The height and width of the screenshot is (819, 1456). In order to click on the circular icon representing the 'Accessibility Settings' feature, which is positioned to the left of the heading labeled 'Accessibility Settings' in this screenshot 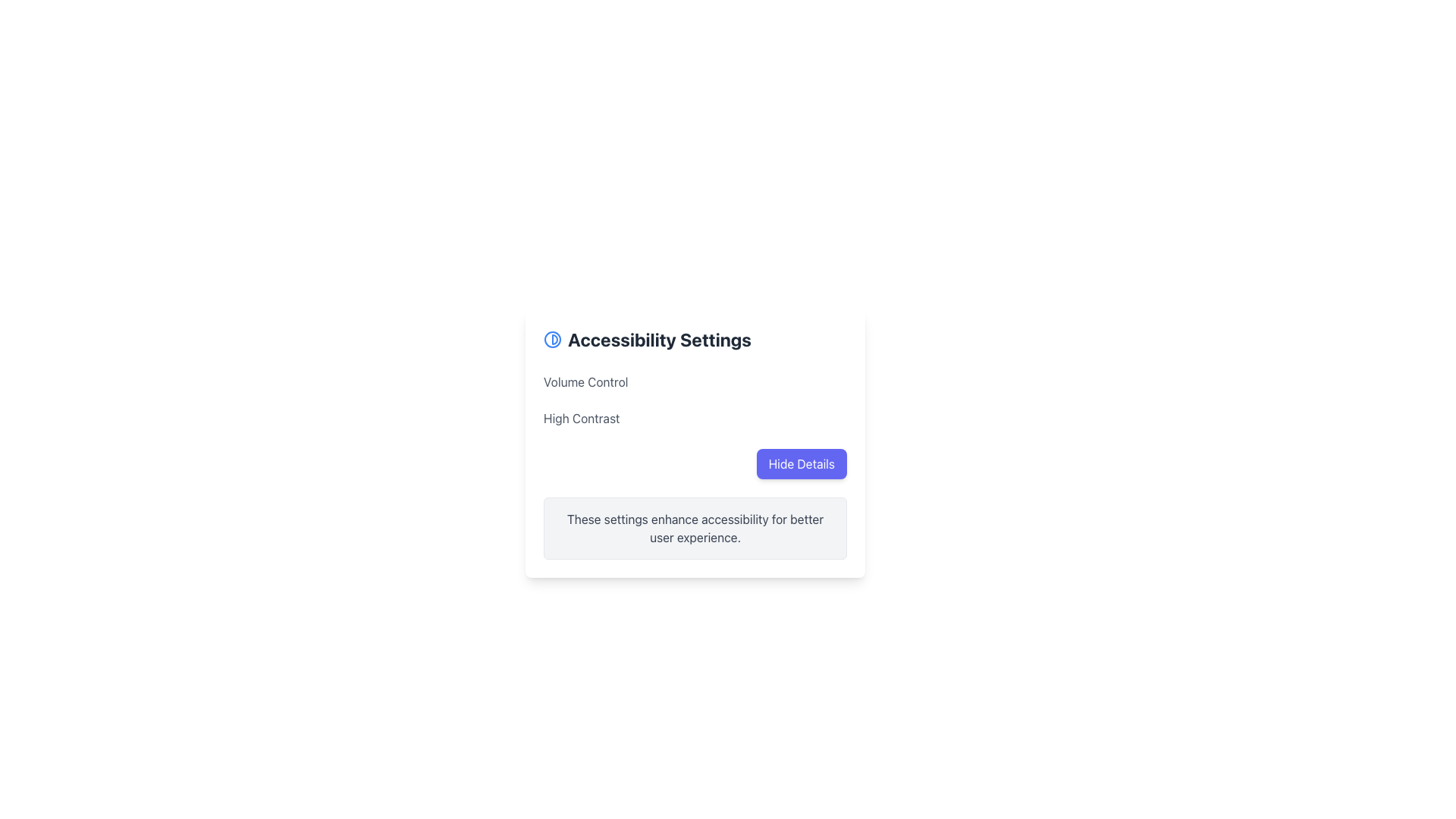, I will do `click(552, 338)`.